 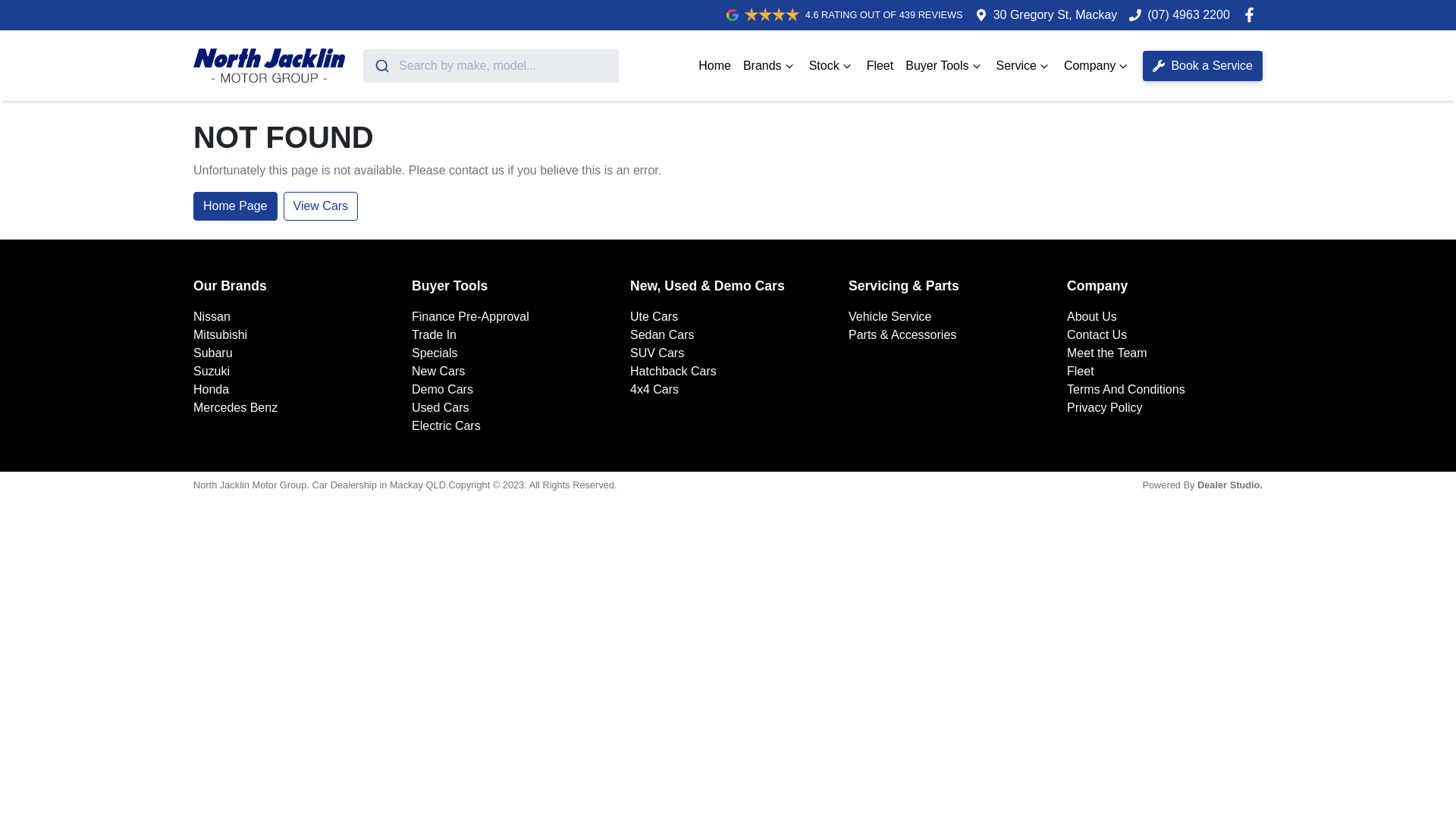 What do you see at coordinates (219, 334) in the screenshot?
I see `'Mitsubishi'` at bounding box center [219, 334].